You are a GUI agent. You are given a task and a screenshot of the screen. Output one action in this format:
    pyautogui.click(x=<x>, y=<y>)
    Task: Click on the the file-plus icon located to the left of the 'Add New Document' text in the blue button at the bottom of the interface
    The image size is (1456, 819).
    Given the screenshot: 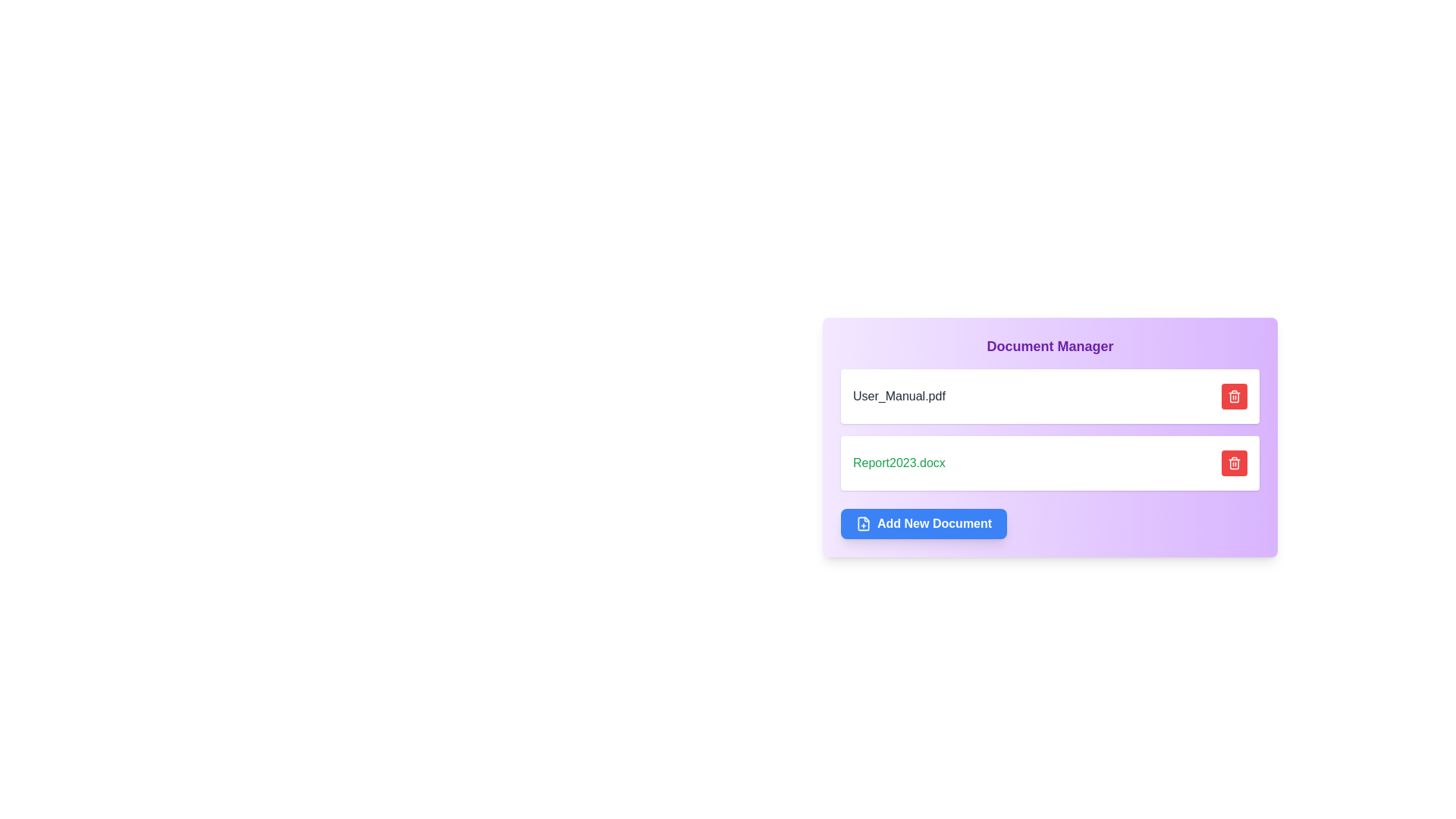 What is the action you would take?
    pyautogui.click(x=863, y=522)
    